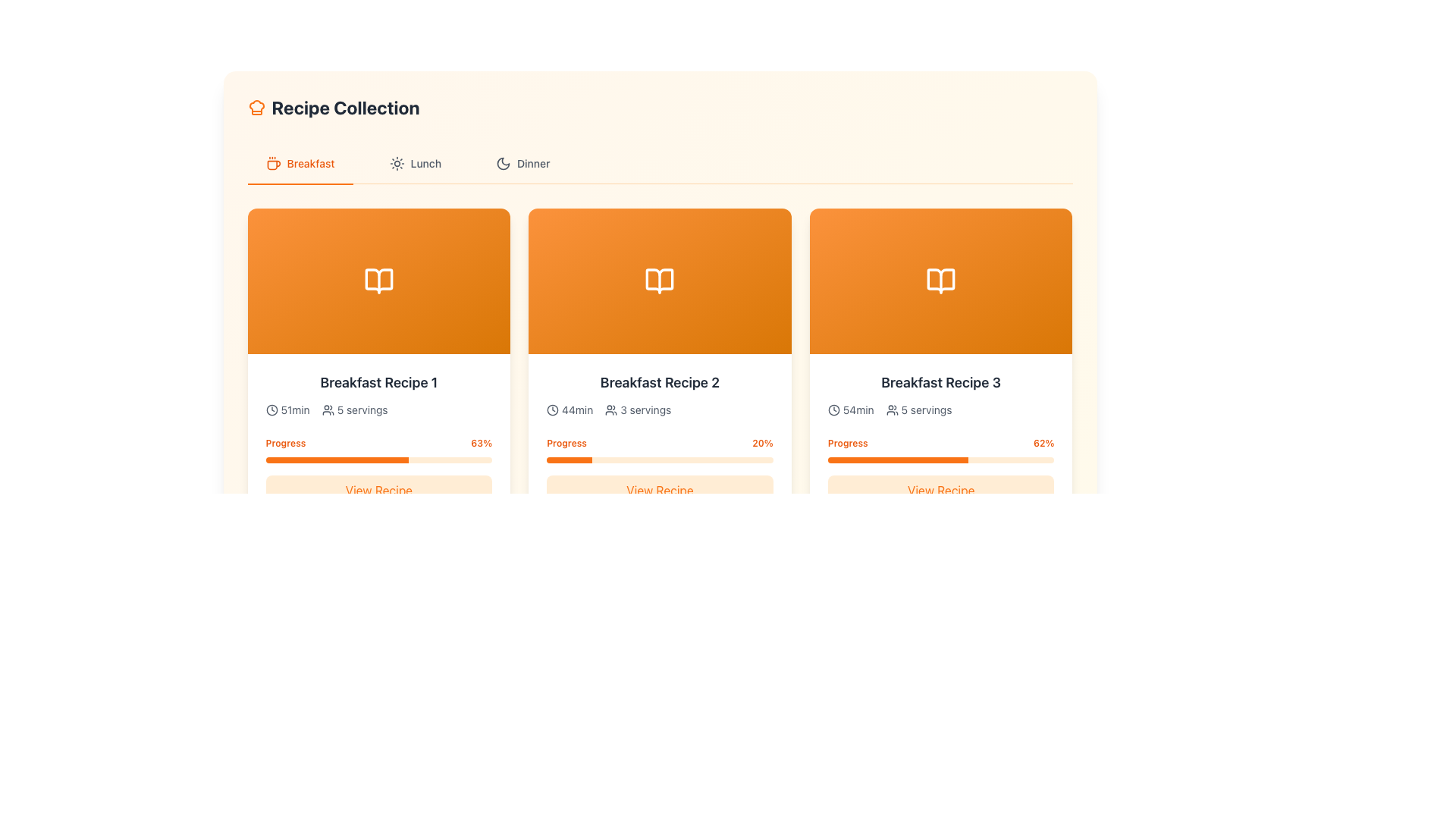  What do you see at coordinates (940, 281) in the screenshot?
I see `the graphical header with an open book icon in the 'Breakfast Recipe 3' card` at bounding box center [940, 281].